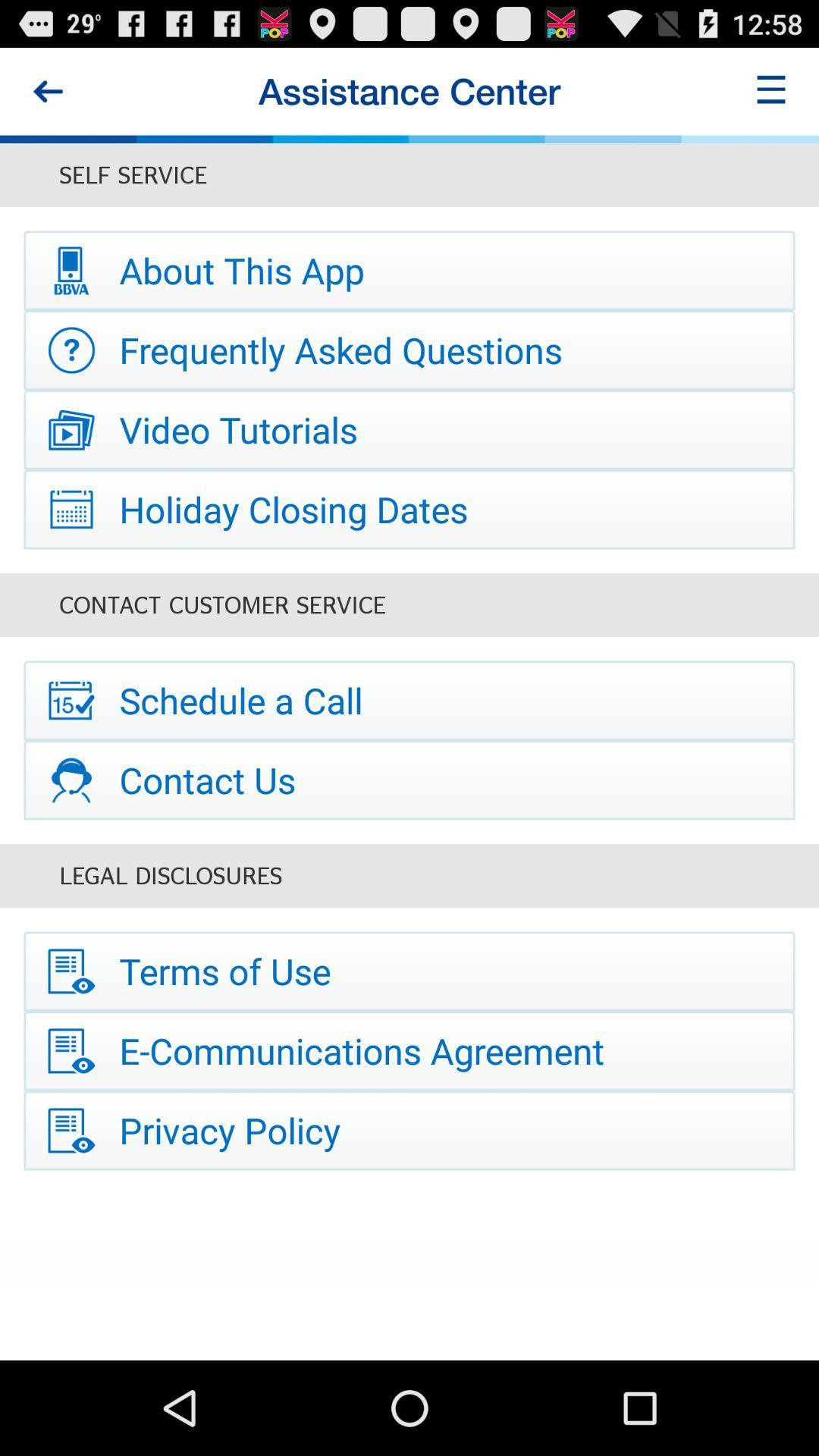 The width and height of the screenshot is (819, 1456). Describe the element at coordinates (409, 971) in the screenshot. I see `item above e-communications agreement` at that location.